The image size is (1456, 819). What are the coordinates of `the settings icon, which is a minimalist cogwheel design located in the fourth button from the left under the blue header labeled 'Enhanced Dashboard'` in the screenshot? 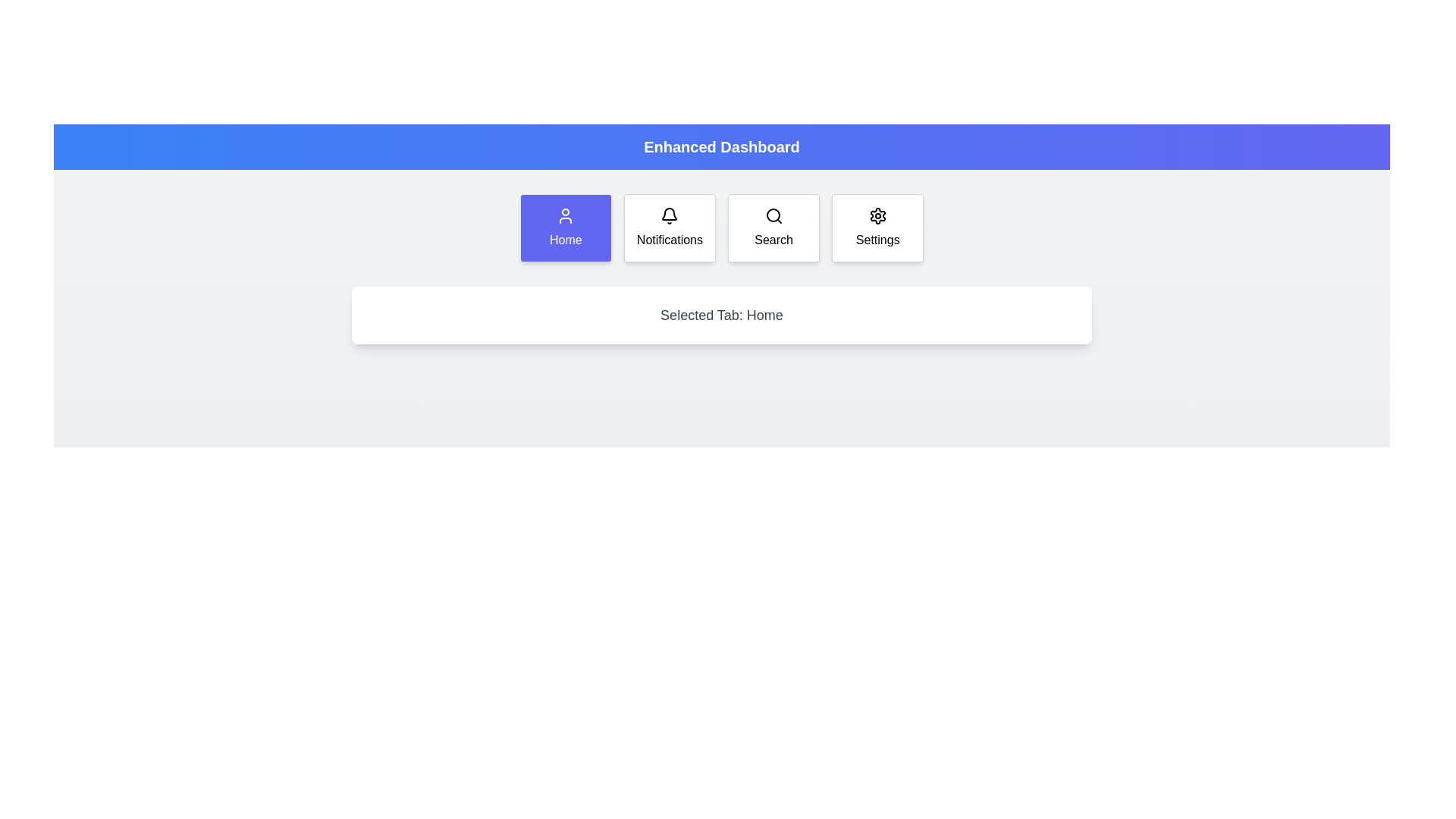 It's located at (877, 216).